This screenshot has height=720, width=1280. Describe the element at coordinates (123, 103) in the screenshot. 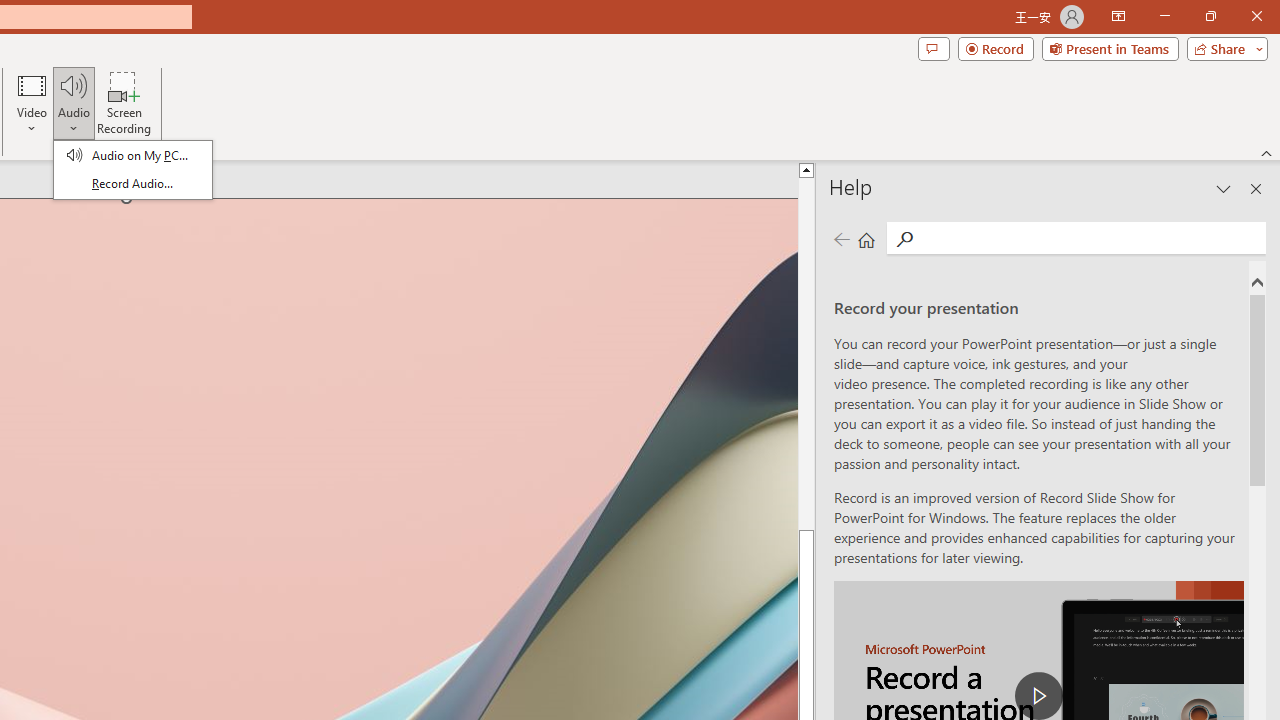

I see `'Screen Recording...'` at that location.